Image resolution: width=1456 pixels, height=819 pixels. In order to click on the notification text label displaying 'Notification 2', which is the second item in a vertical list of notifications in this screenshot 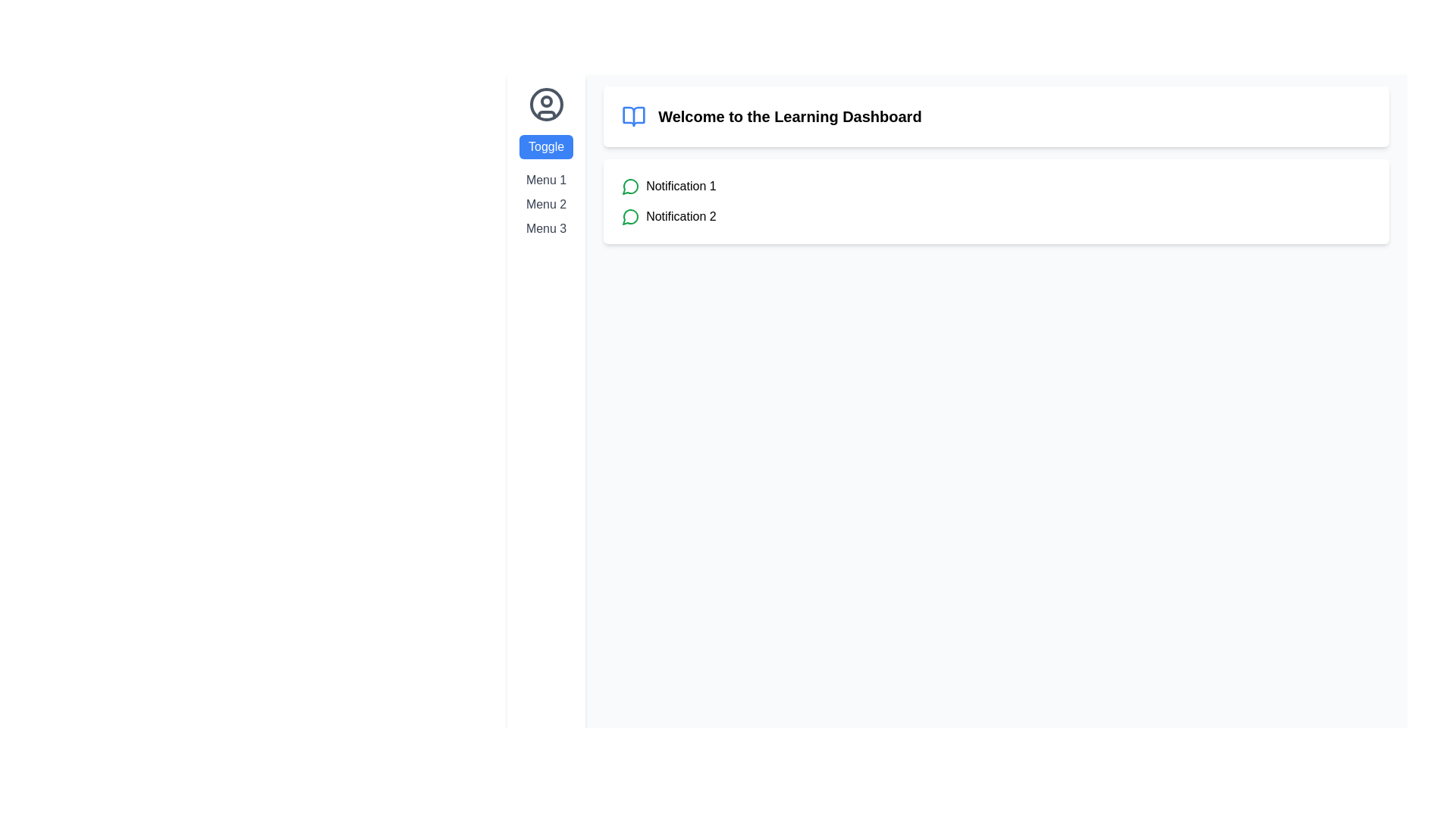, I will do `click(680, 216)`.